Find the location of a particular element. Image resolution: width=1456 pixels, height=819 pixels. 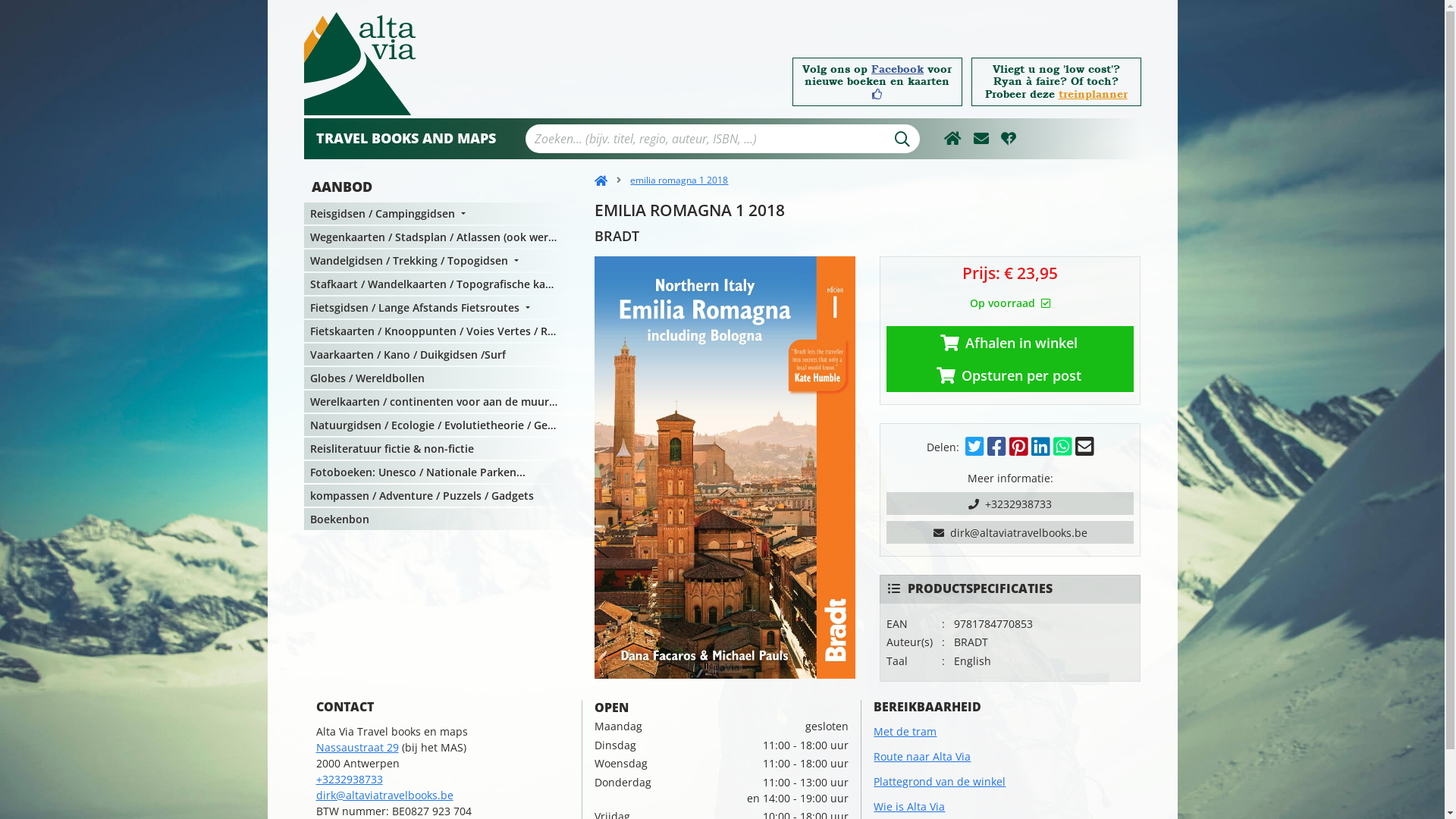

'Opsturen per post' is located at coordinates (1010, 375).